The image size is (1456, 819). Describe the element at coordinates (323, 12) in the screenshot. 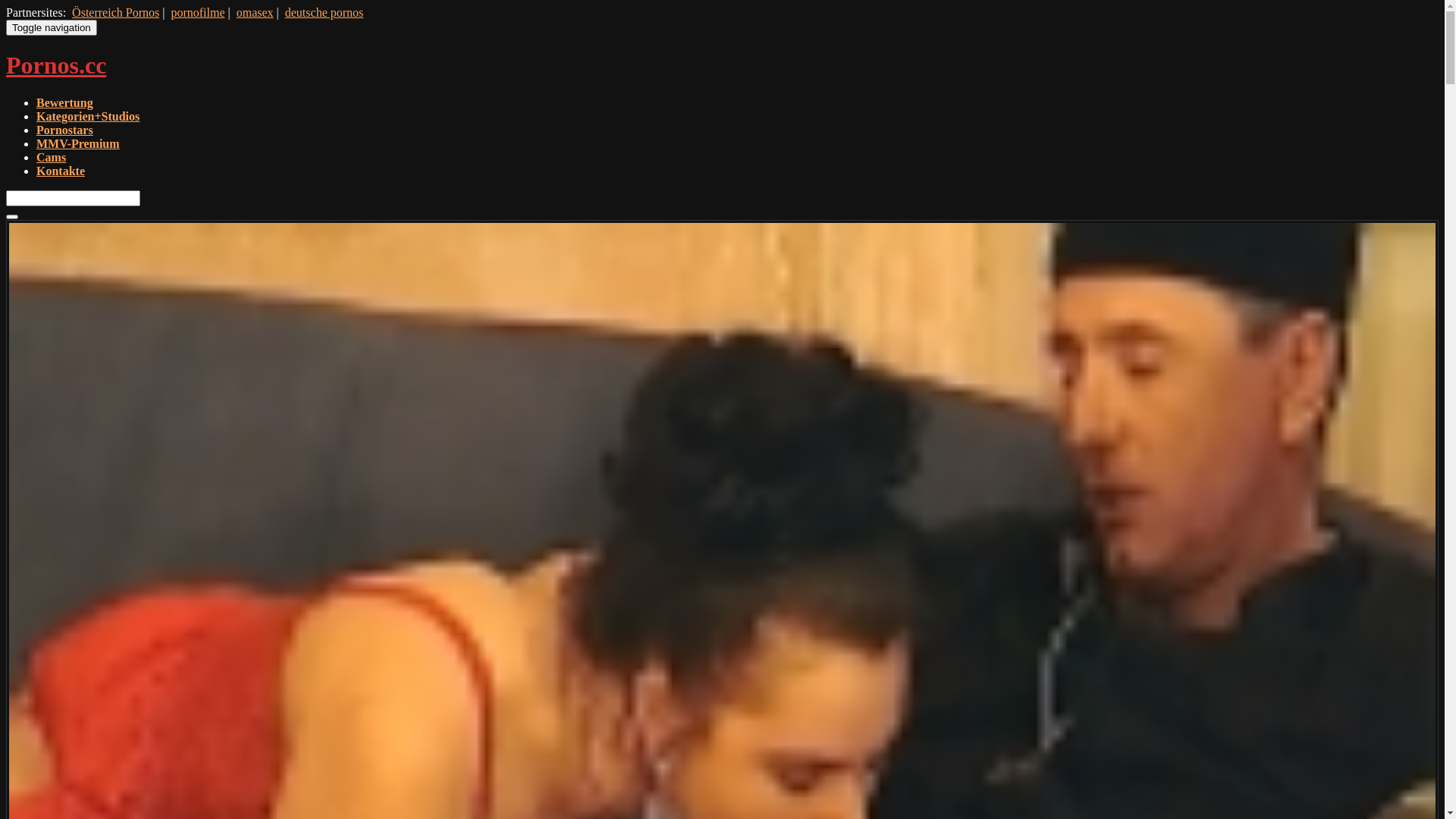

I see `'deutsche pornos'` at that location.